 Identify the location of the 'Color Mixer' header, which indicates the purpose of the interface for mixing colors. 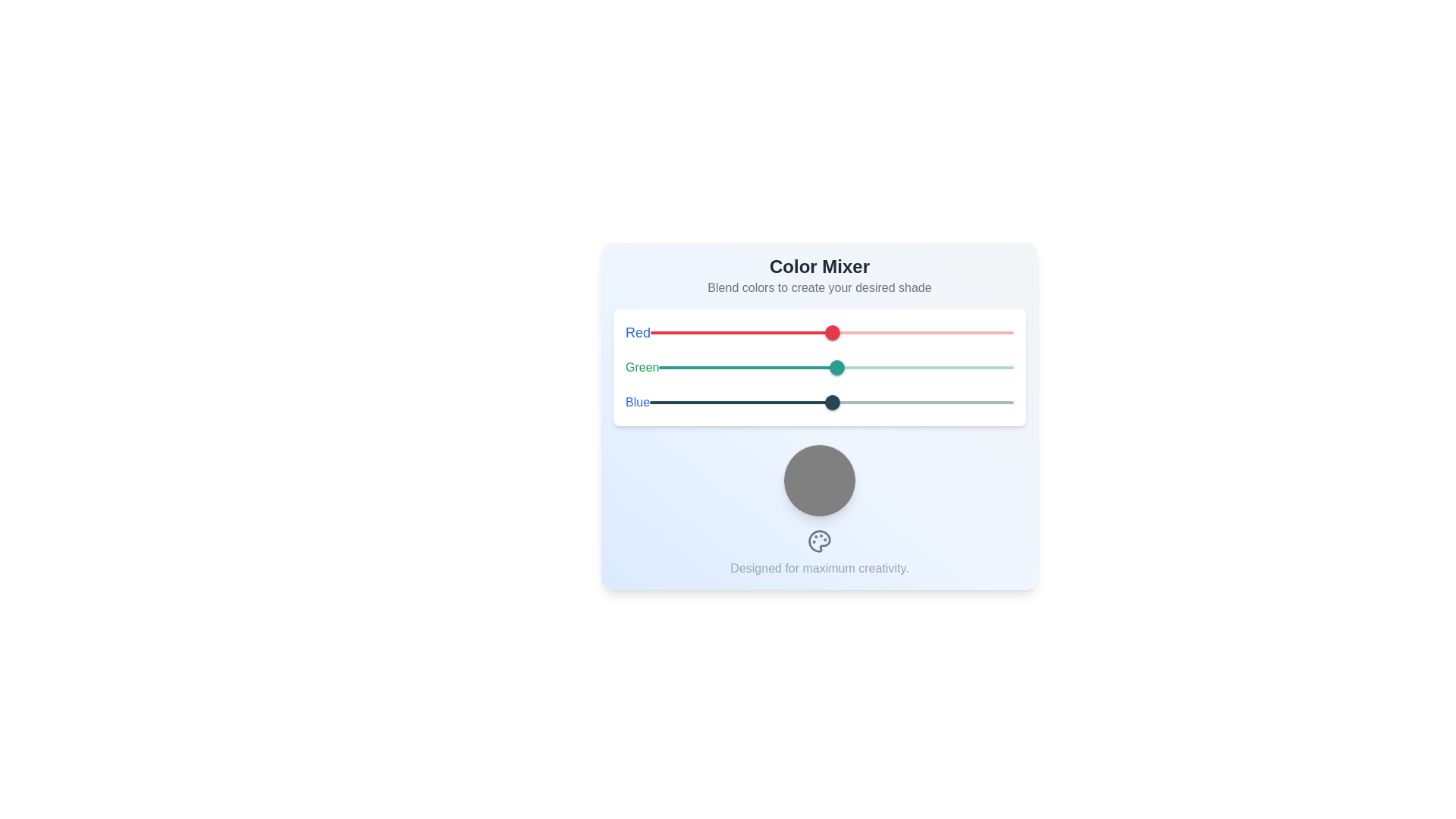
(818, 275).